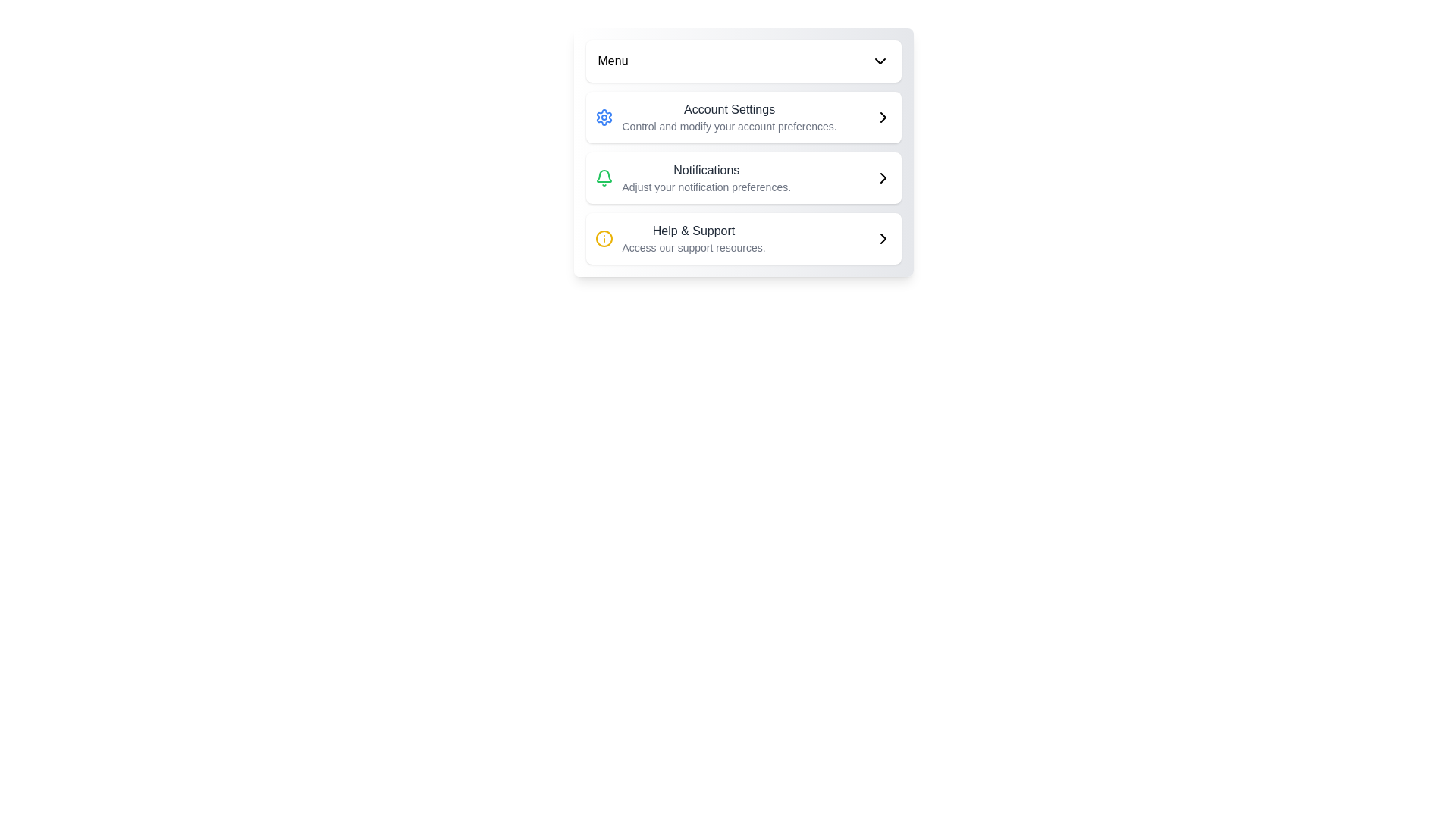  I want to click on the settings icon representing 'Account Settings', which is the first icon in the list of settings options, so click(603, 116).